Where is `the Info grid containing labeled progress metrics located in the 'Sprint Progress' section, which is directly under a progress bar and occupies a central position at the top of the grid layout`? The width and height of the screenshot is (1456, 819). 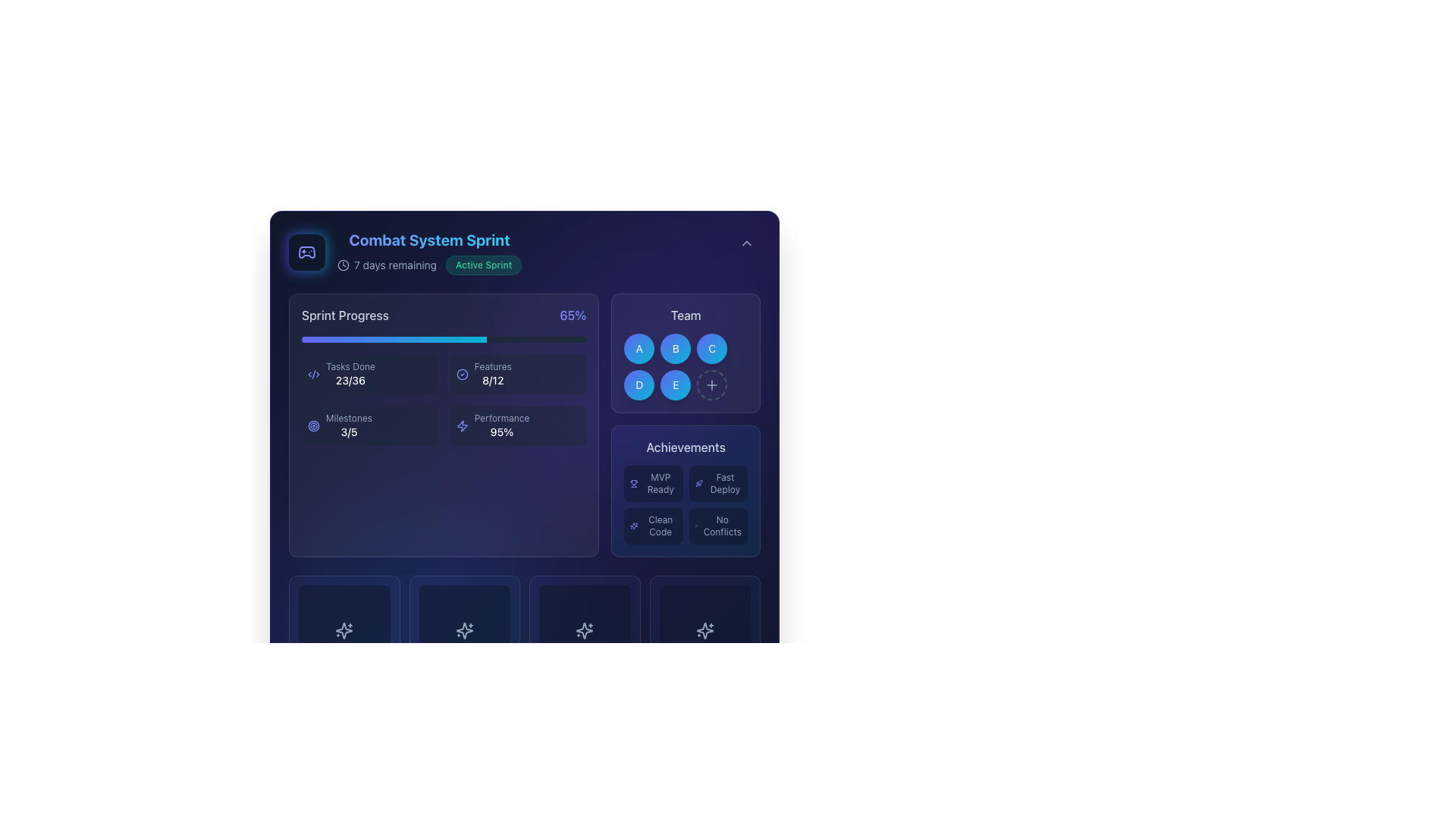
the Info grid containing labeled progress metrics located in the 'Sprint Progress' section, which is directly under a progress bar and occupies a central position at the top of the grid layout is located at coordinates (443, 400).